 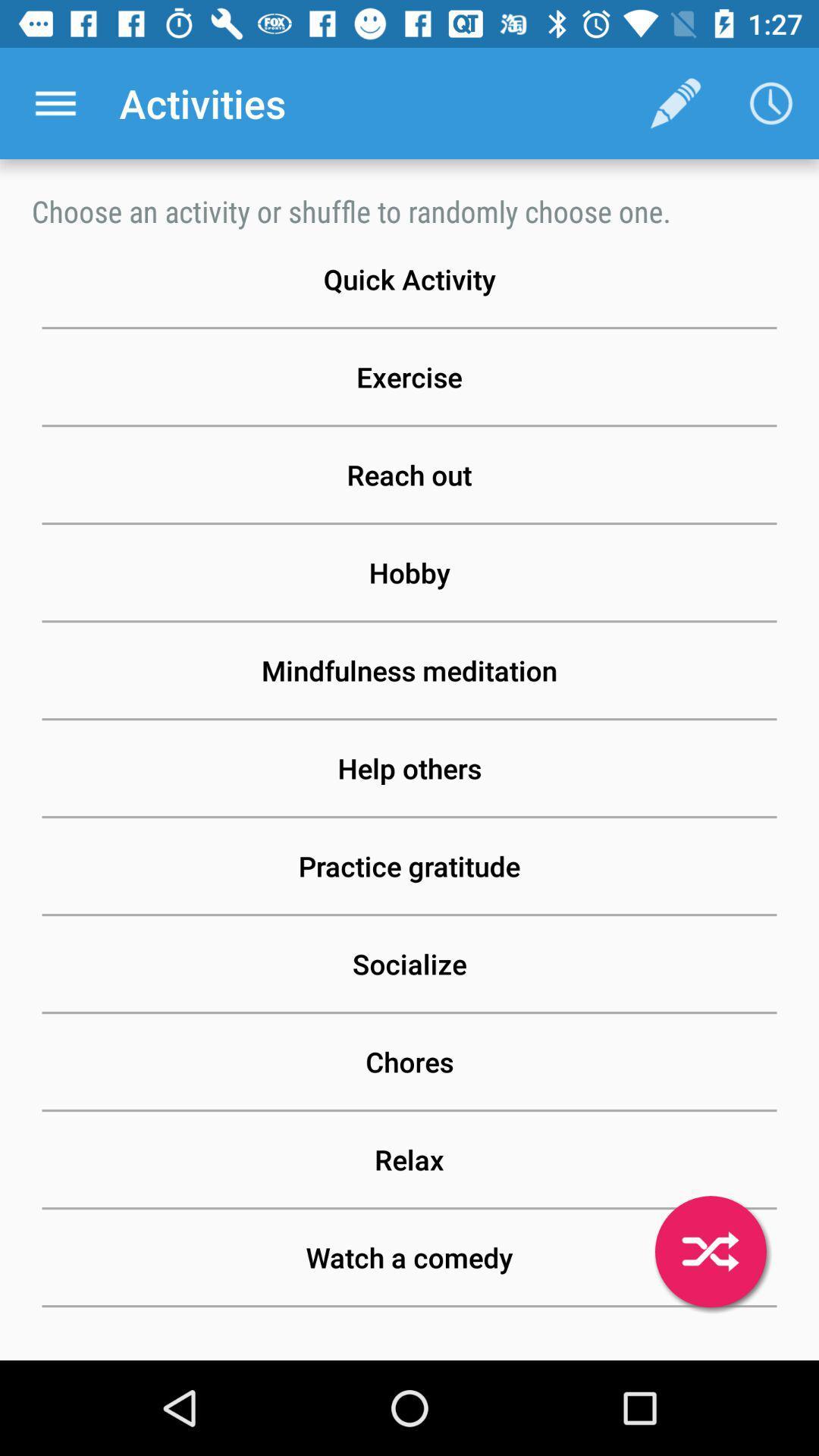 I want to click on item above the choose an activity app, so click(x=55, y=102).